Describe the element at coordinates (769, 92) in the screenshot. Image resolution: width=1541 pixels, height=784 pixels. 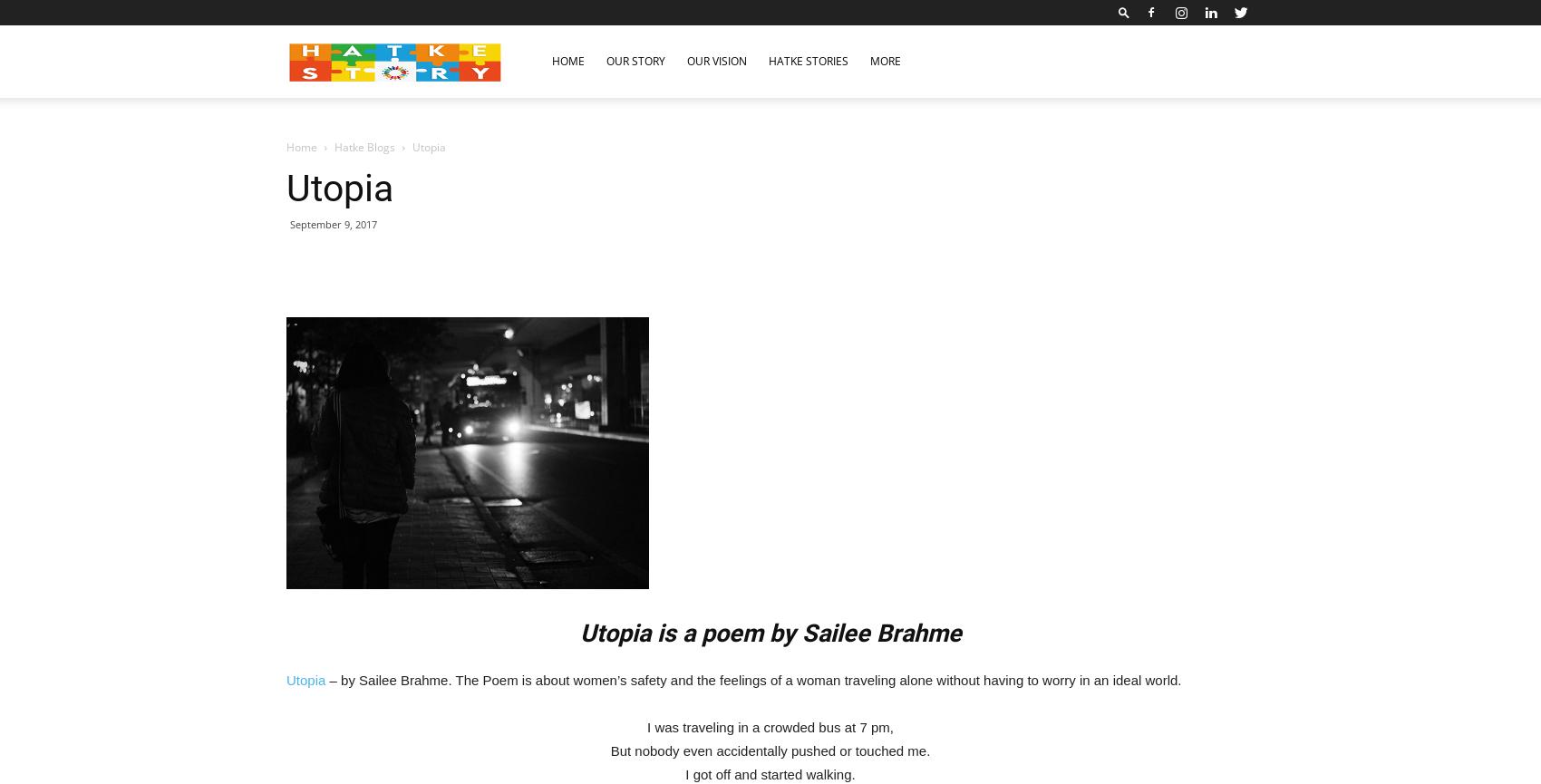
I see `'Search'` at that location.